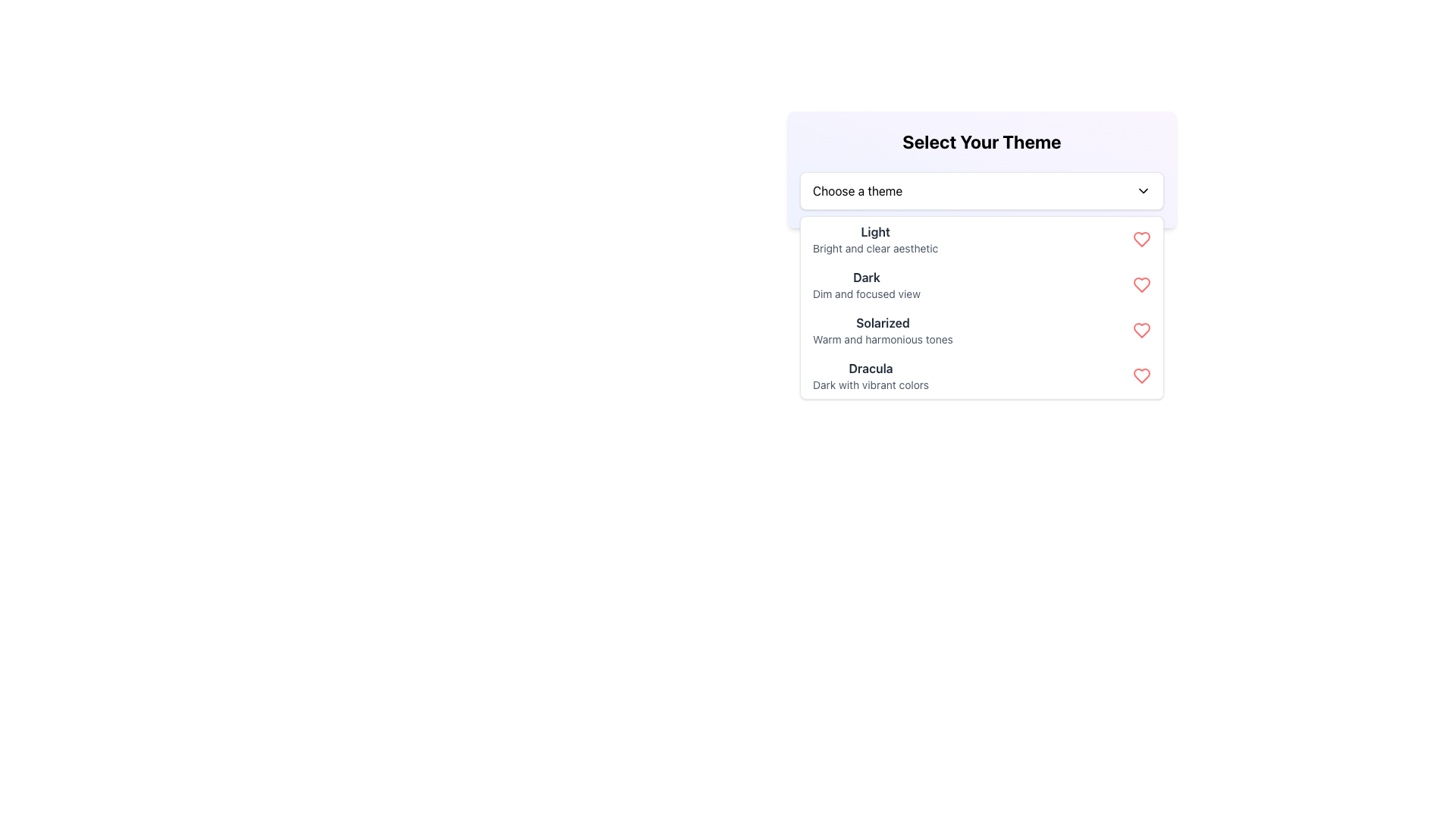 The image size is (1456, 819). I want to click on the third list item titled 'Solarized' with the subtitle 'Warm and harmonious tones', so click(982, 329).